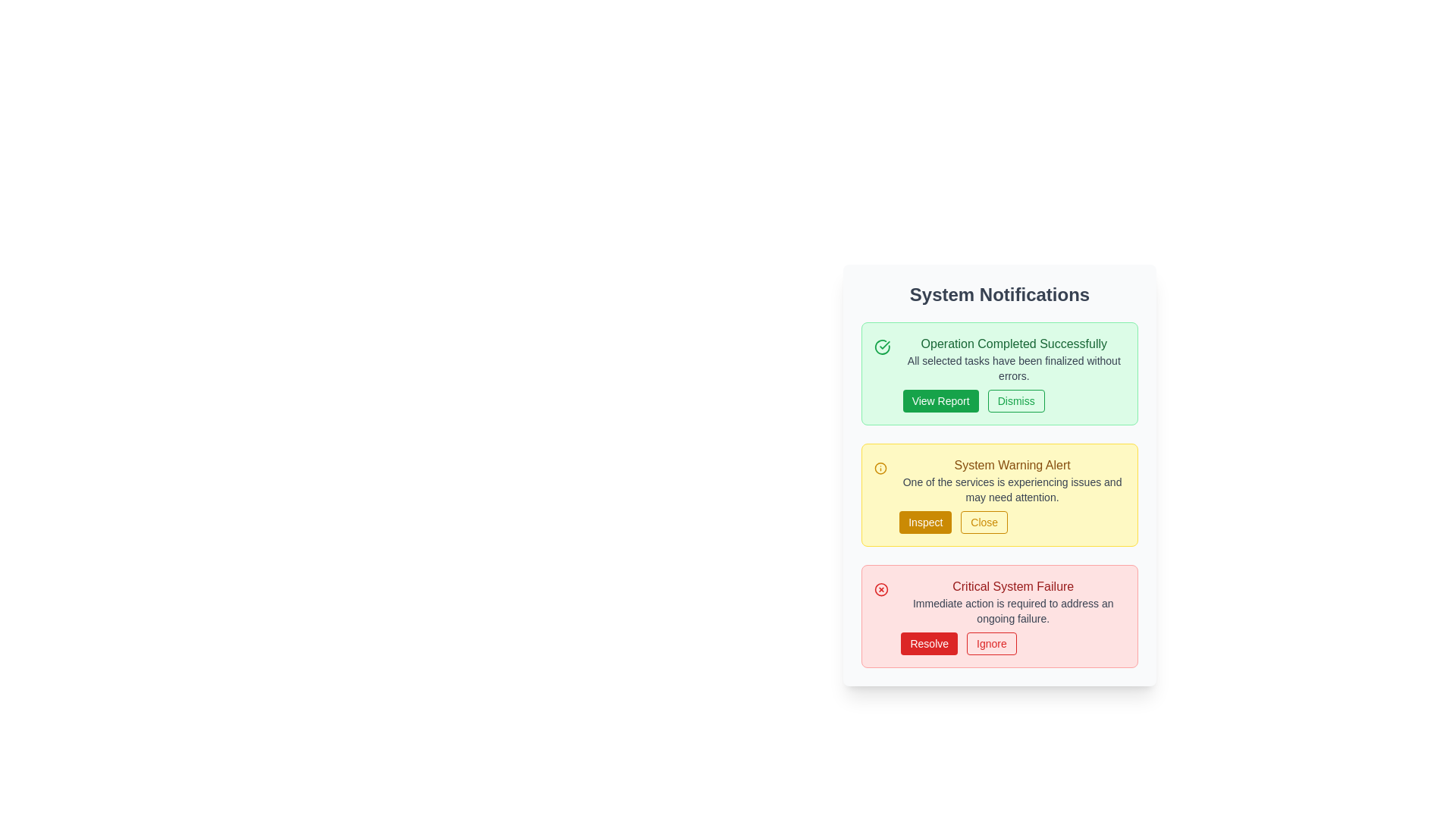  I want to click on static text that says 'All selected tasks have been finalized without errors.' located centrally within the green background box labeled 'Operation Completed Successfully.', so click(1014, 369).